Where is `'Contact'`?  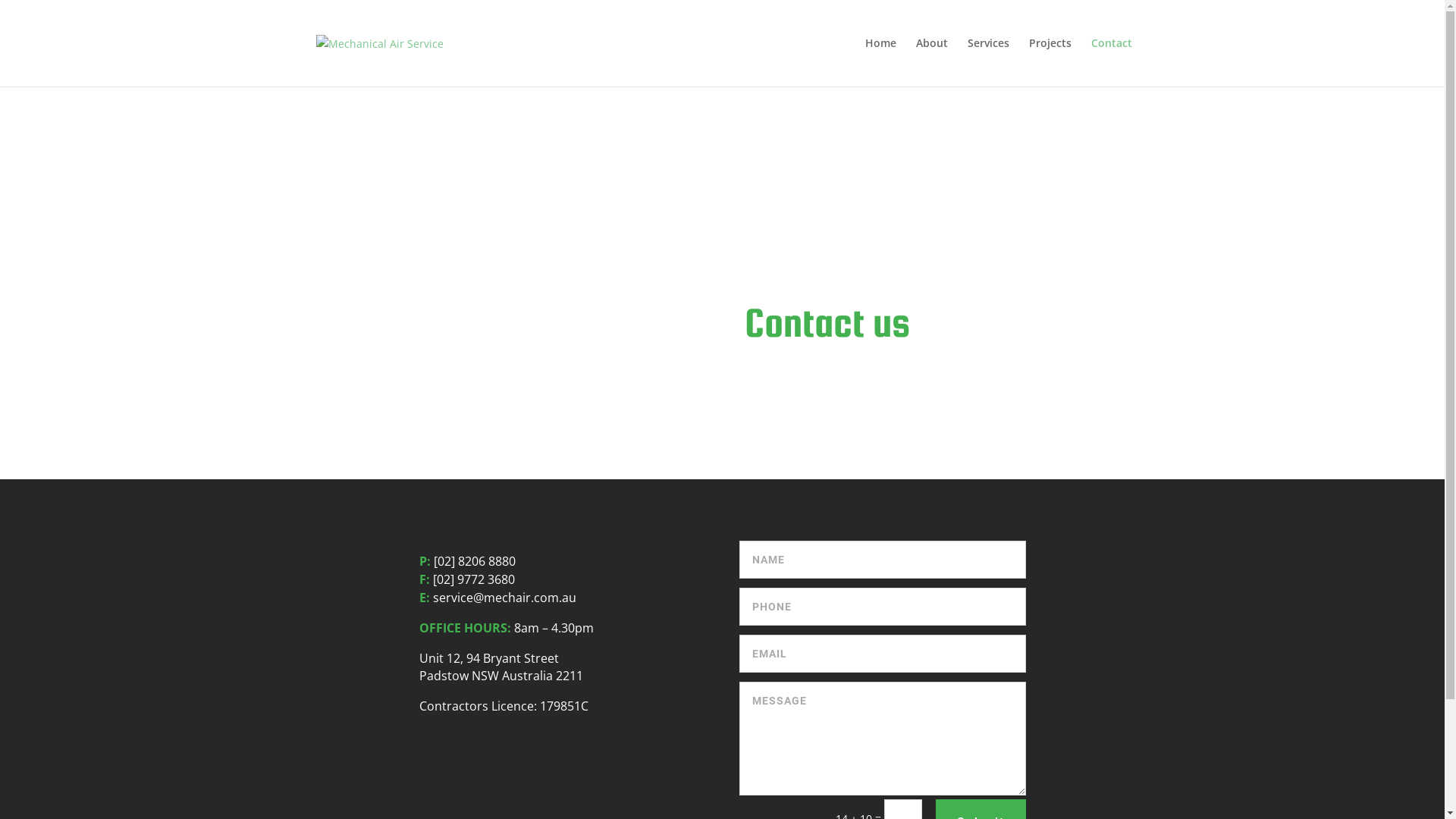 'Contact' is located at coordinates (1110, 61).